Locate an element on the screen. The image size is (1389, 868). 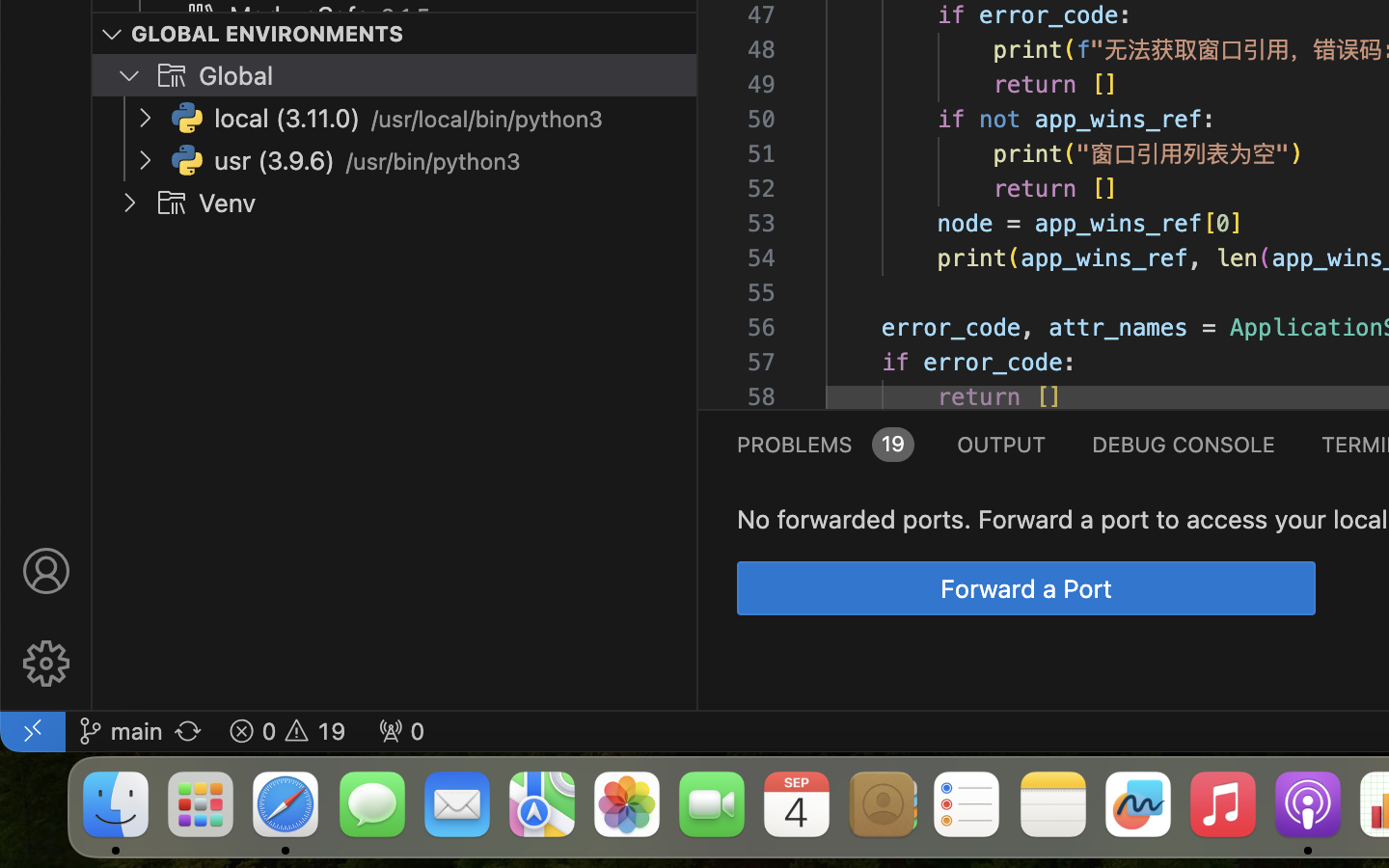
'0 DEBUG CONSOLE' is located at coordinates (1183, 442).